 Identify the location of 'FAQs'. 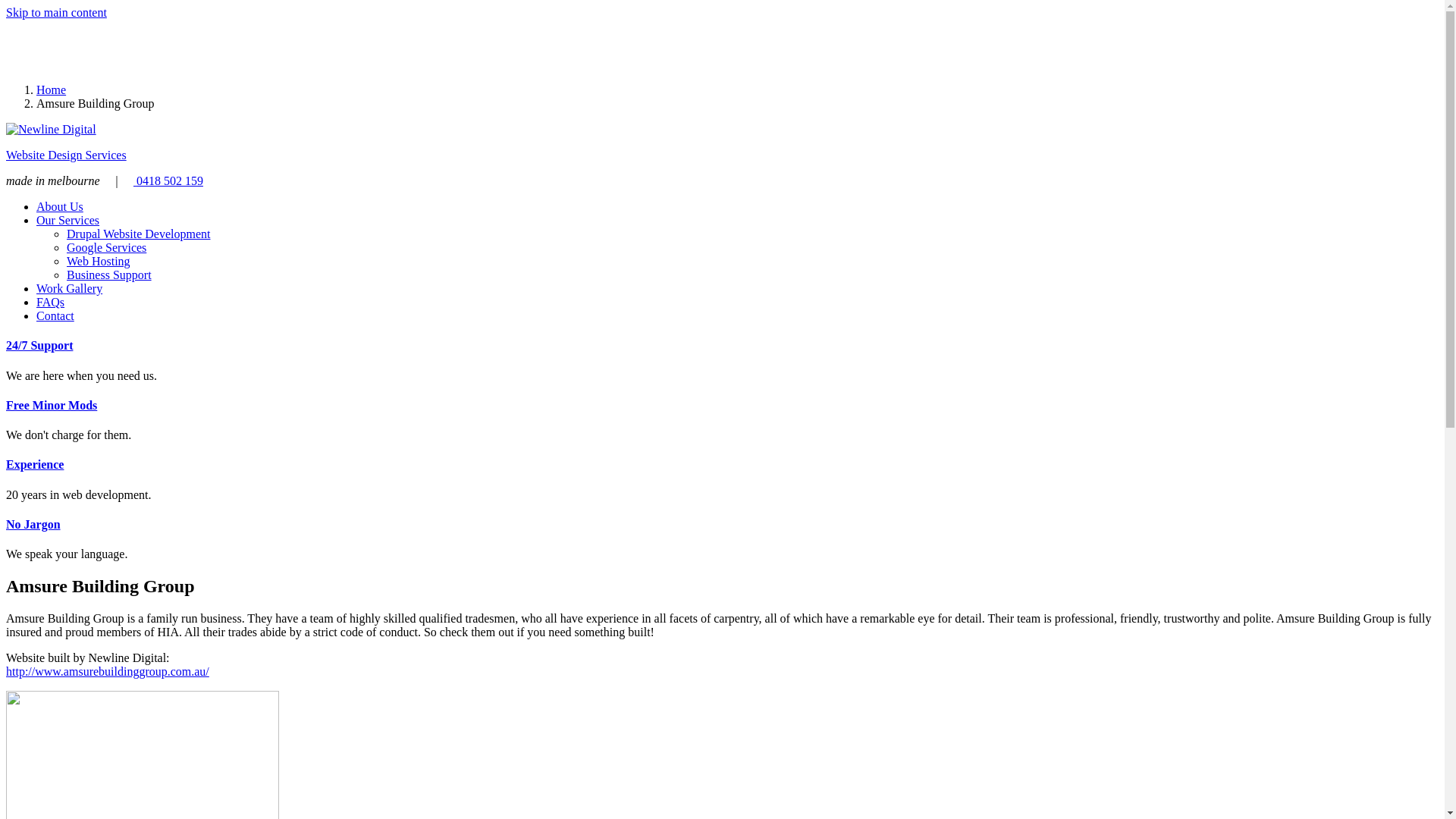
(50, 302).